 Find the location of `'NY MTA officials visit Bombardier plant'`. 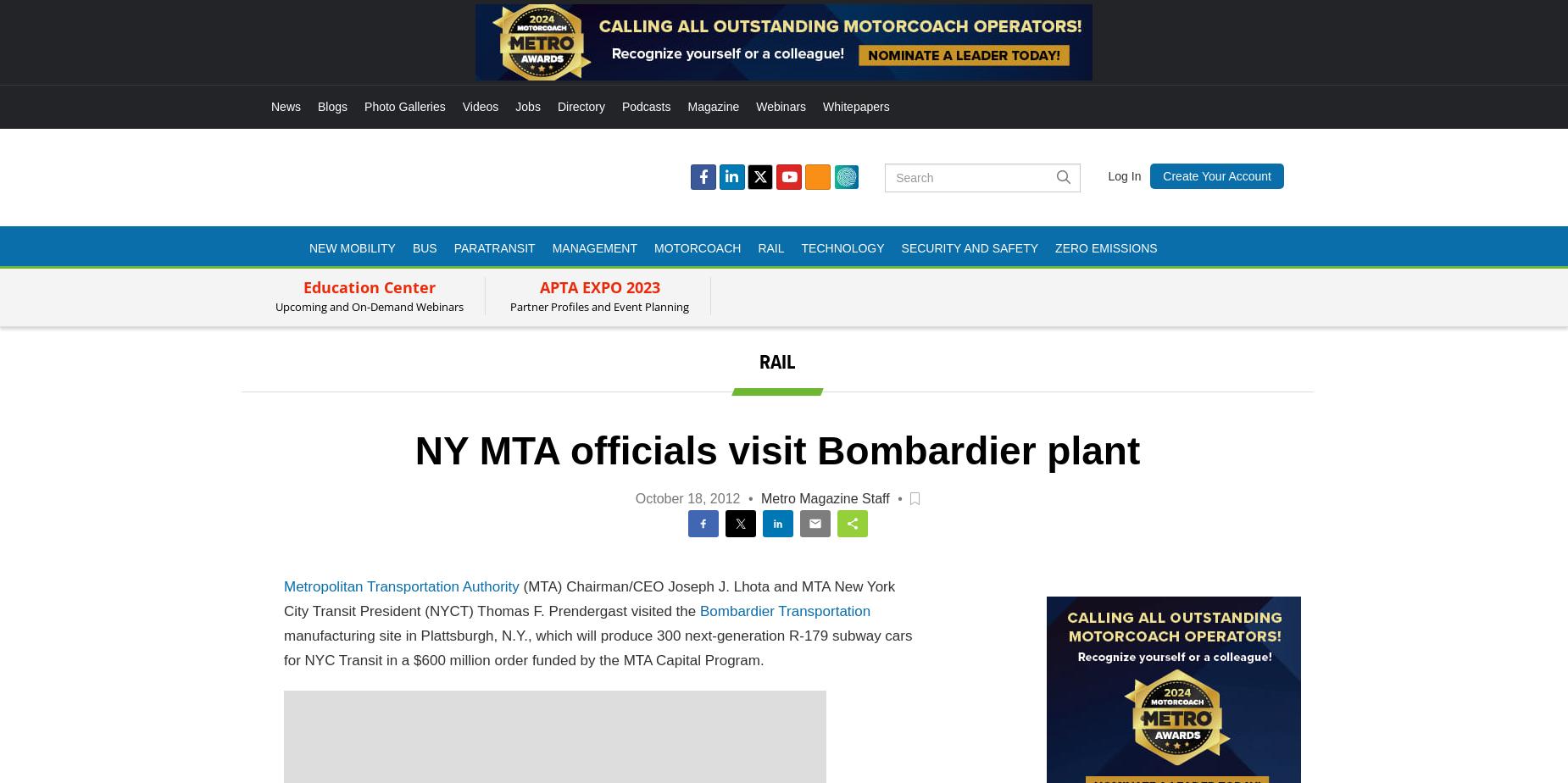

'NY MTA officials visit Bombardier plant' is located at coordinates (777, 451).